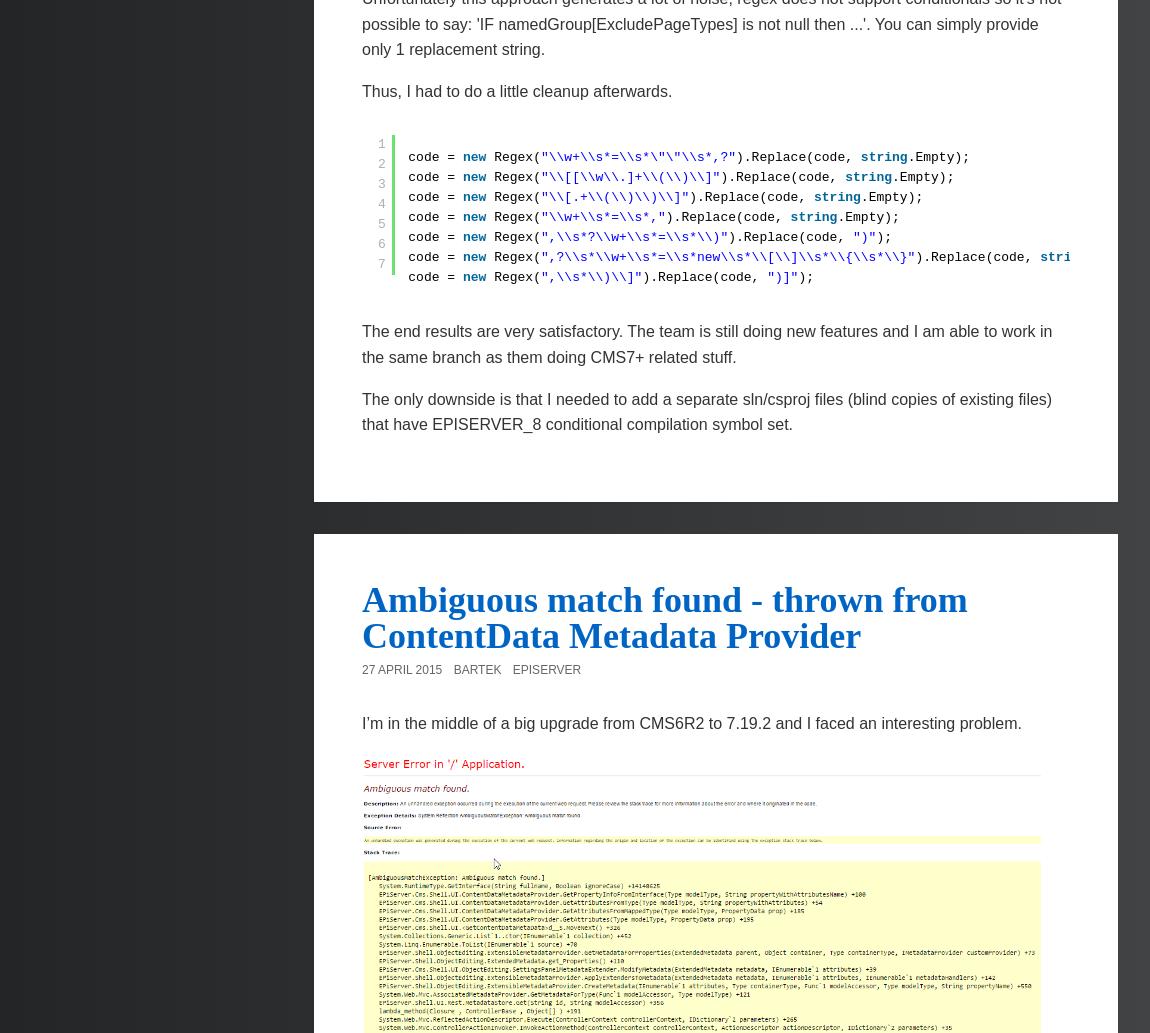 This screenshot has width=1150, height=1033. Describe the element at coordinates (851, 236) in the screenshot. I see `'")"'` at that location.